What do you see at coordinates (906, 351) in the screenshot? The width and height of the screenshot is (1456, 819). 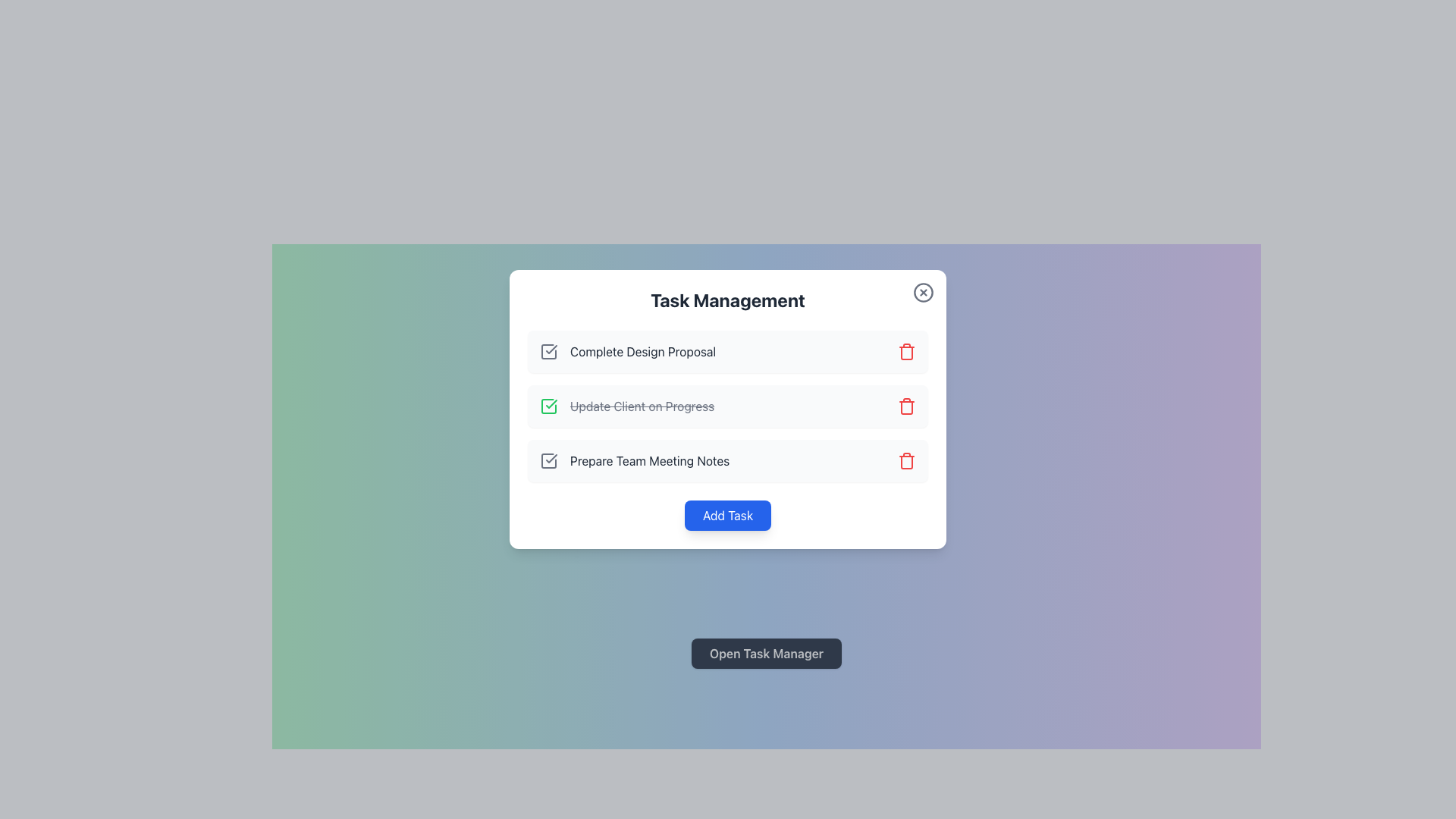 I see `the trash/deletion icon button located at the far right of the 'Complete Design Proposal' row` at bounding box center [906, 351].